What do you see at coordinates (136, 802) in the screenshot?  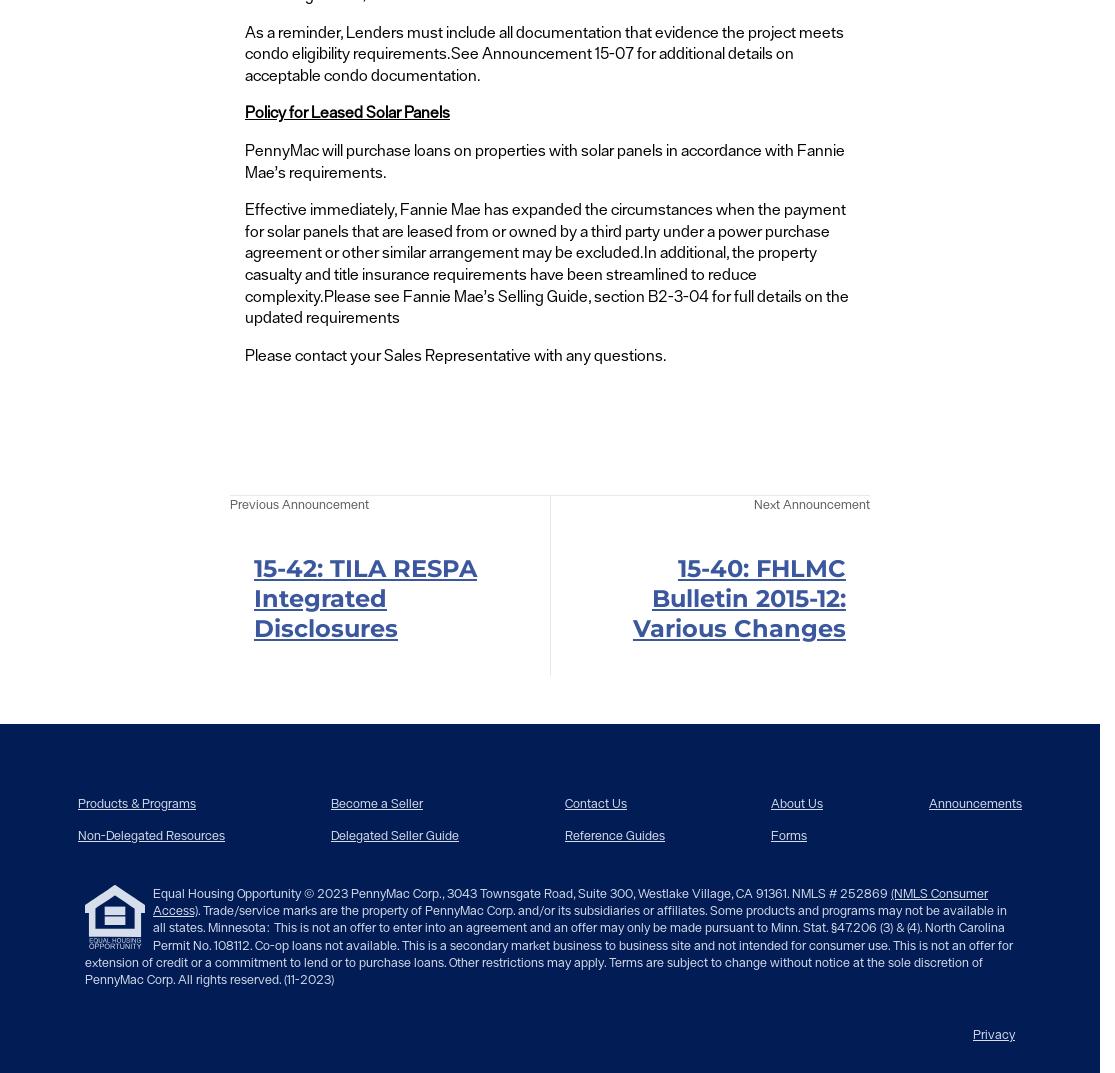 I see `'Products & Programs'` at bounding box center [136, 802].